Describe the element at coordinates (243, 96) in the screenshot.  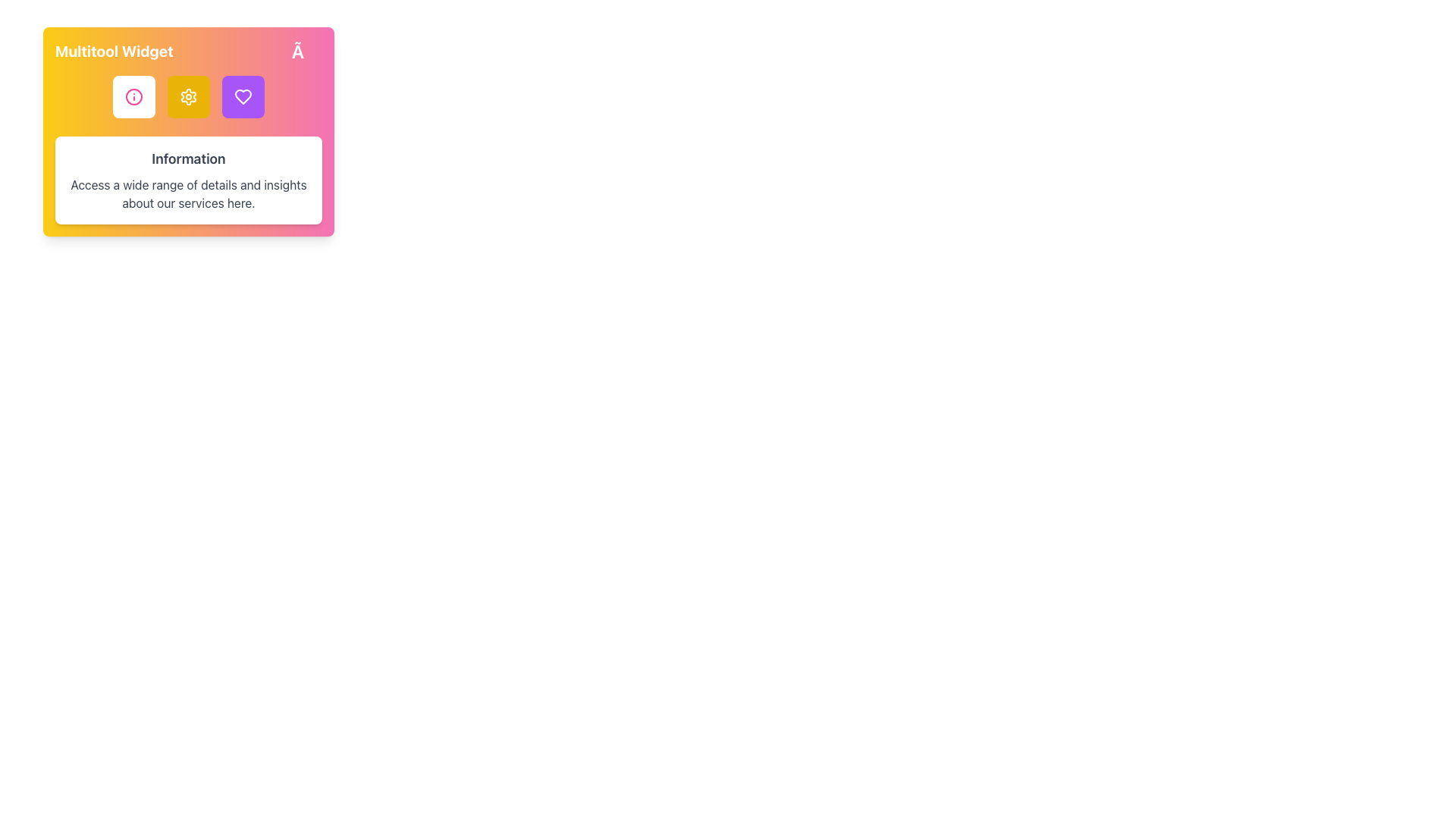
I see `the favorite icon located in the top-right section of the card, which is the third button from the left among three buttons` at that location.